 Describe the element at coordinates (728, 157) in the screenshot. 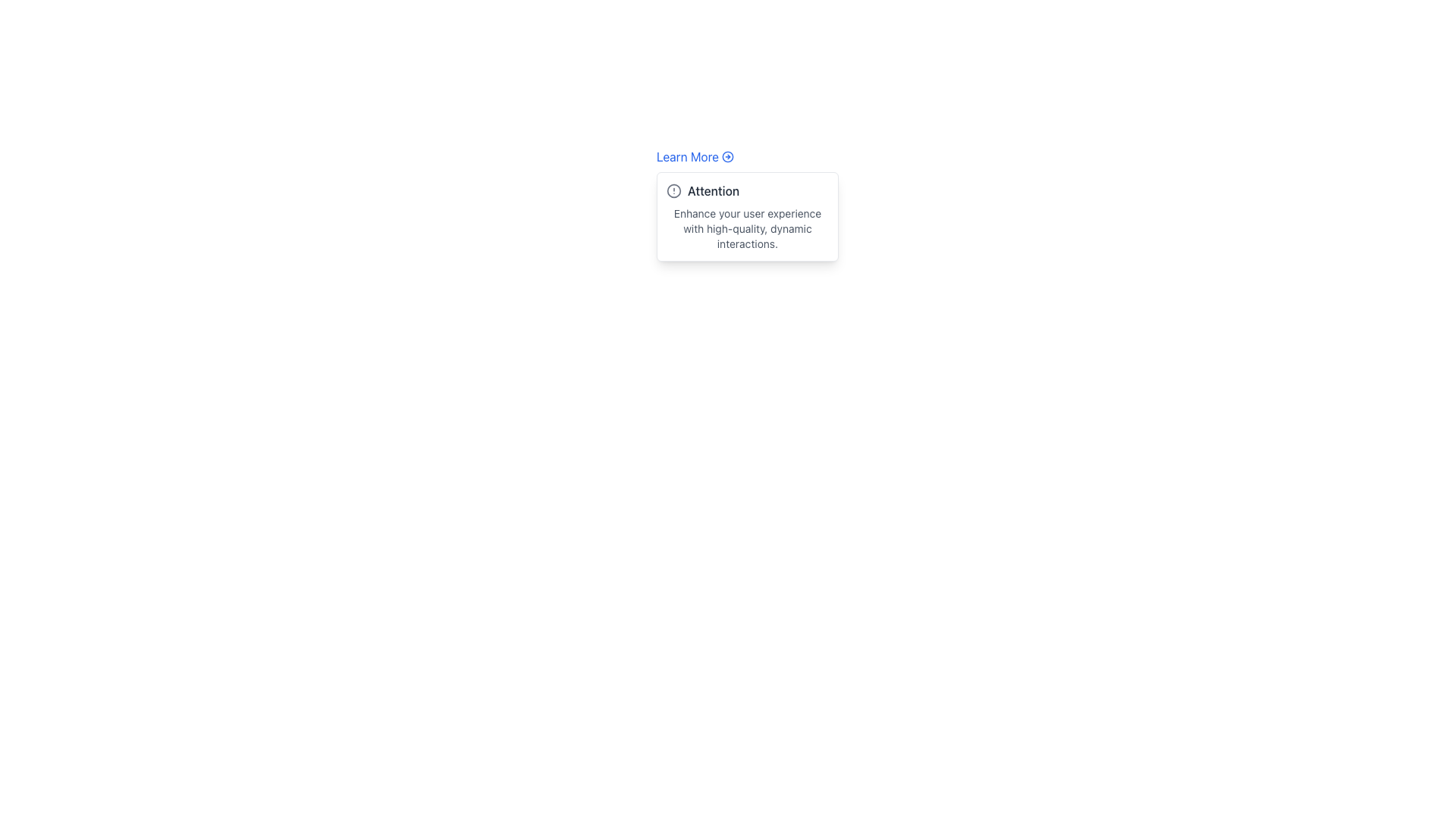

I see `the circular arrow icon pointing to the right, located next to the 'Learn More' text` at that location.